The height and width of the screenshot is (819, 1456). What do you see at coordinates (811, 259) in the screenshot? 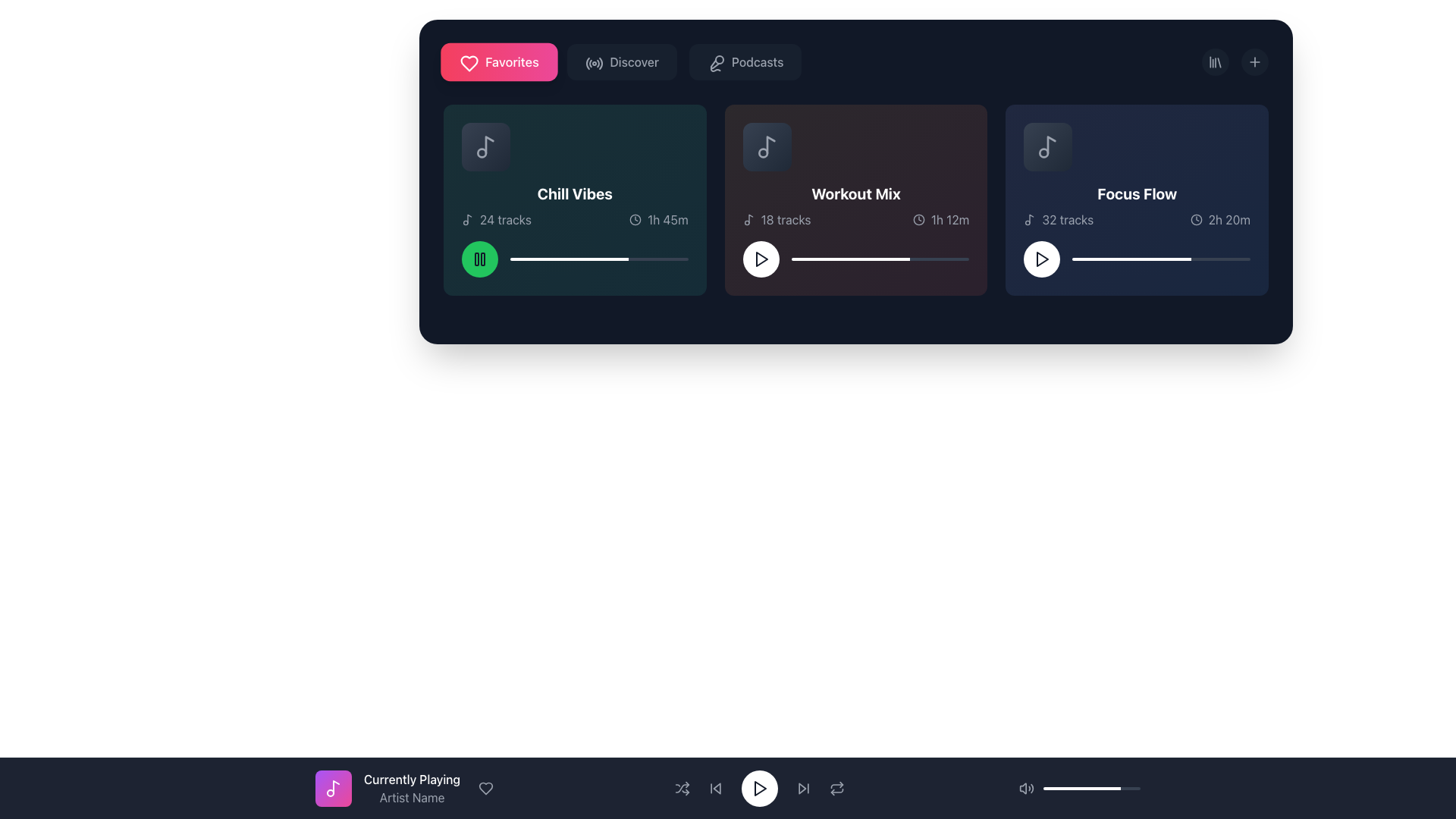
I see `the slider` at bounding box center [811, 259].